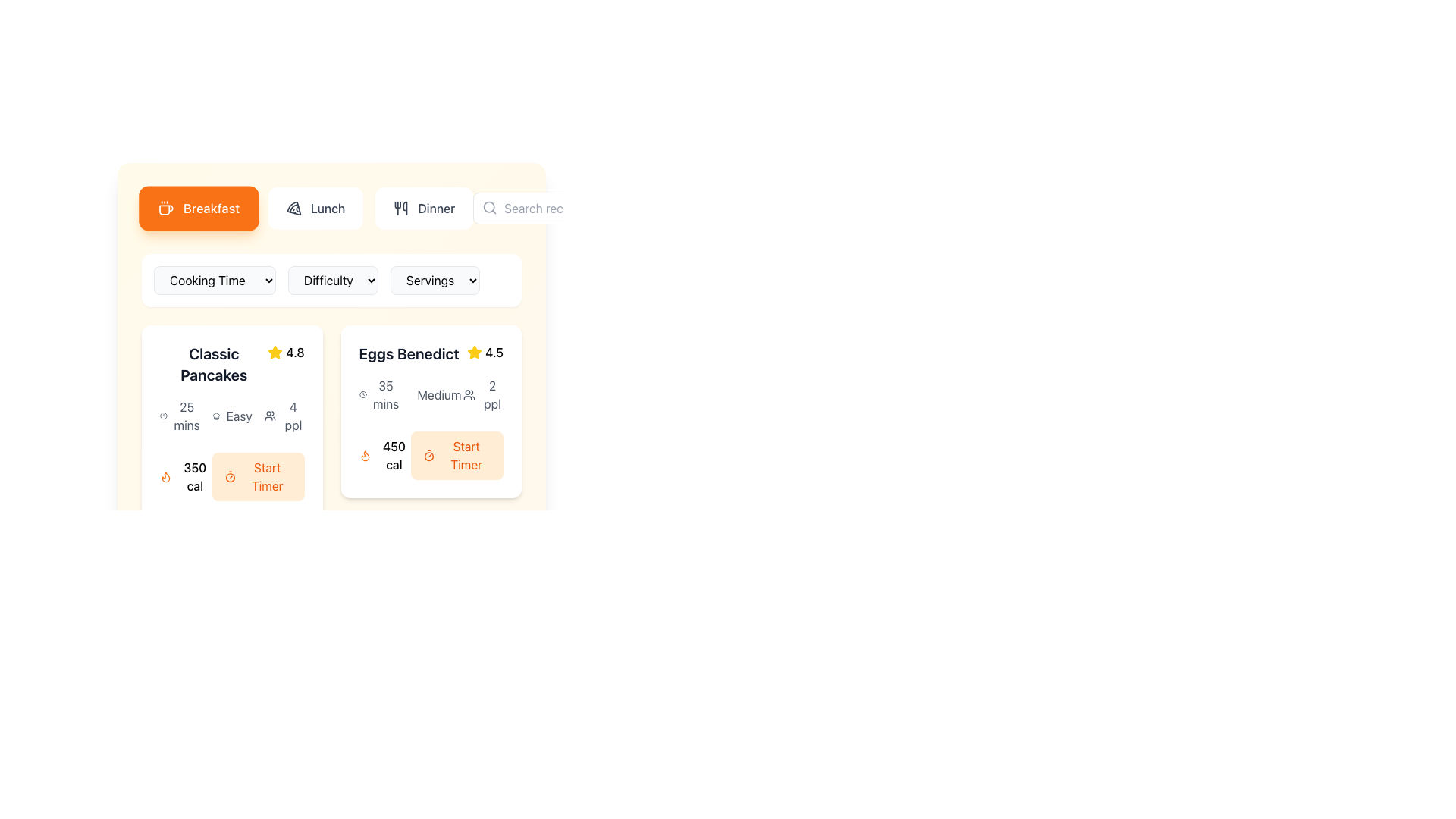 The image size is (1456, 819). What do you see at coordinates (384, 455) in the screenshot?
I see `the text element displaying the caloric value ('450 cal') of the food item ('Eggs Benedict') located in the bottom-left corner of the card` at bounding box center [384, 455].